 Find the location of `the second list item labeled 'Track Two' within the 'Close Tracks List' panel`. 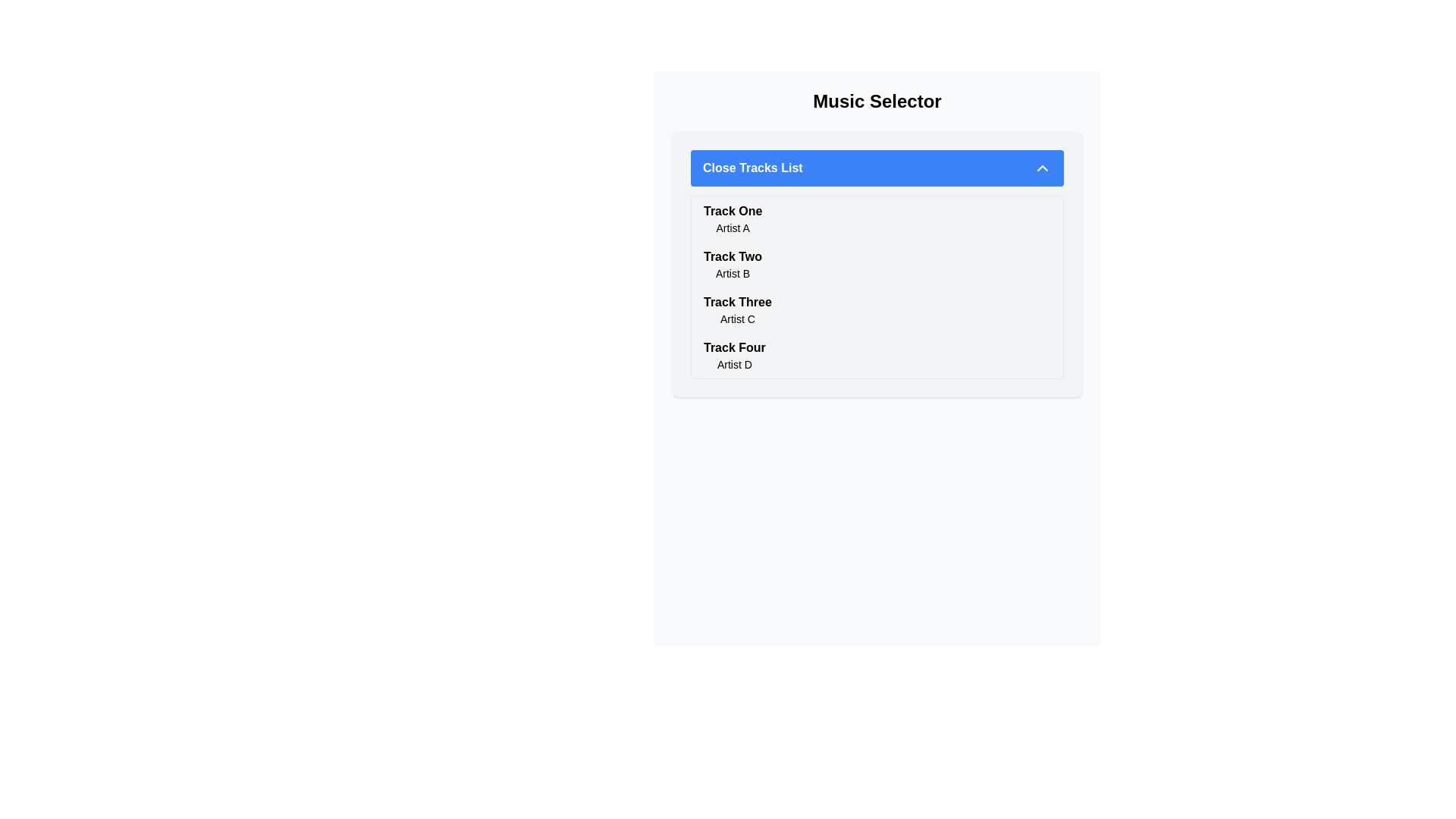

the second list item labeled 'Track Two' within the 'Close Tracks List' panel is located at coordinates (877, 263).